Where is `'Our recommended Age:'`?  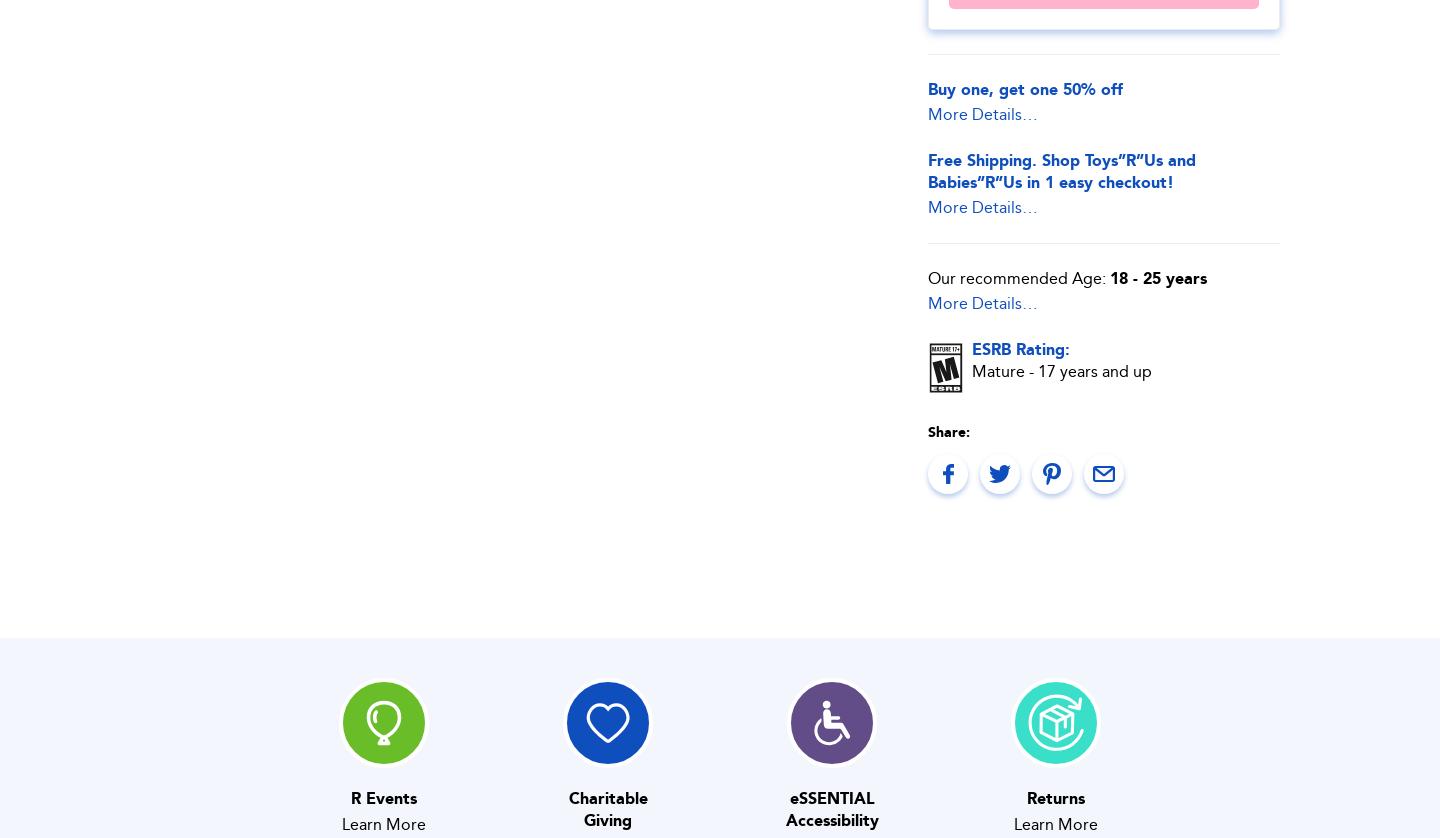
'Our recommended Age:' is located at coordinates (1017, 276).